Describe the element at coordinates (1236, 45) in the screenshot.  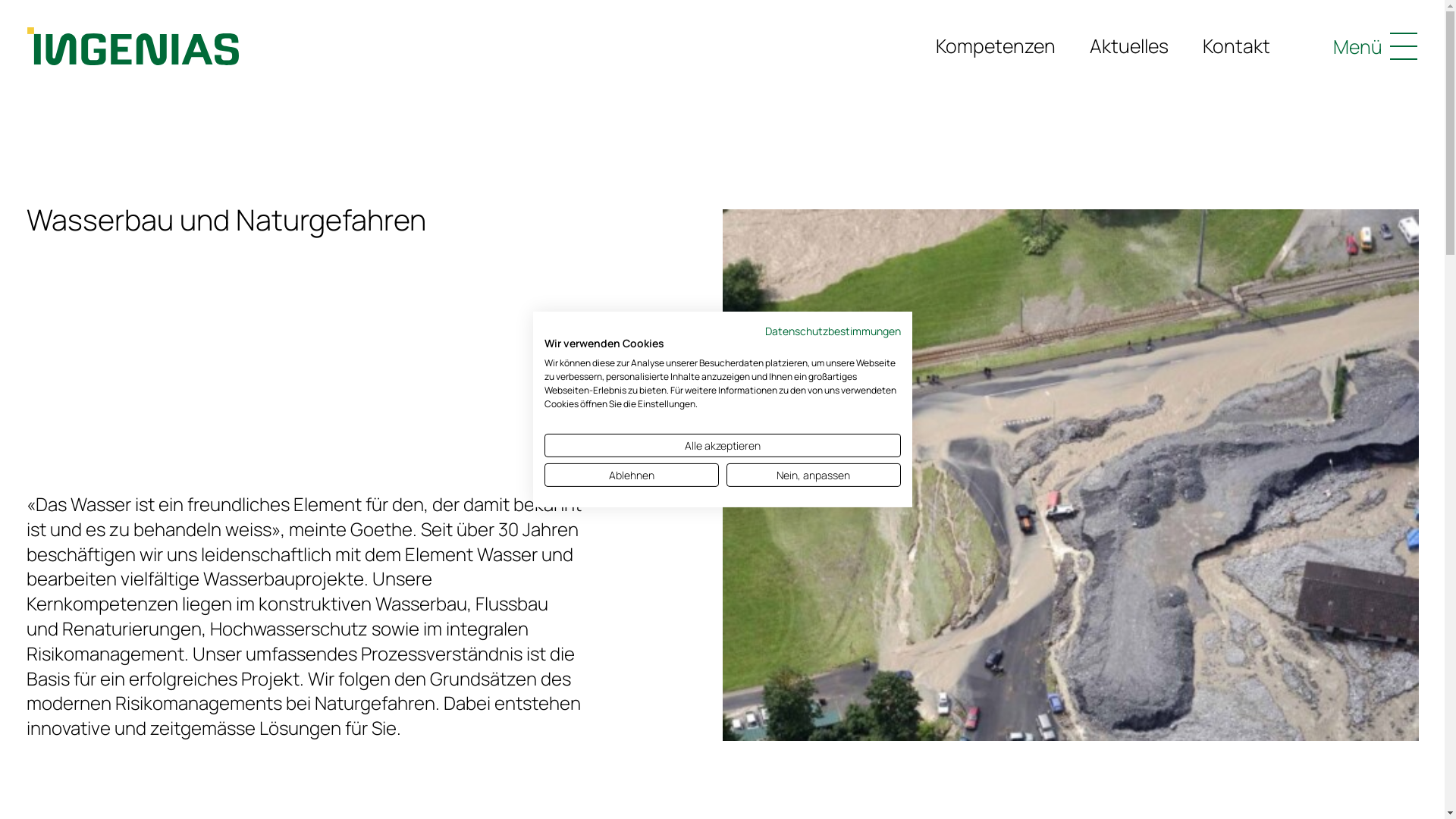
I see `'Kontakt'` at that location.